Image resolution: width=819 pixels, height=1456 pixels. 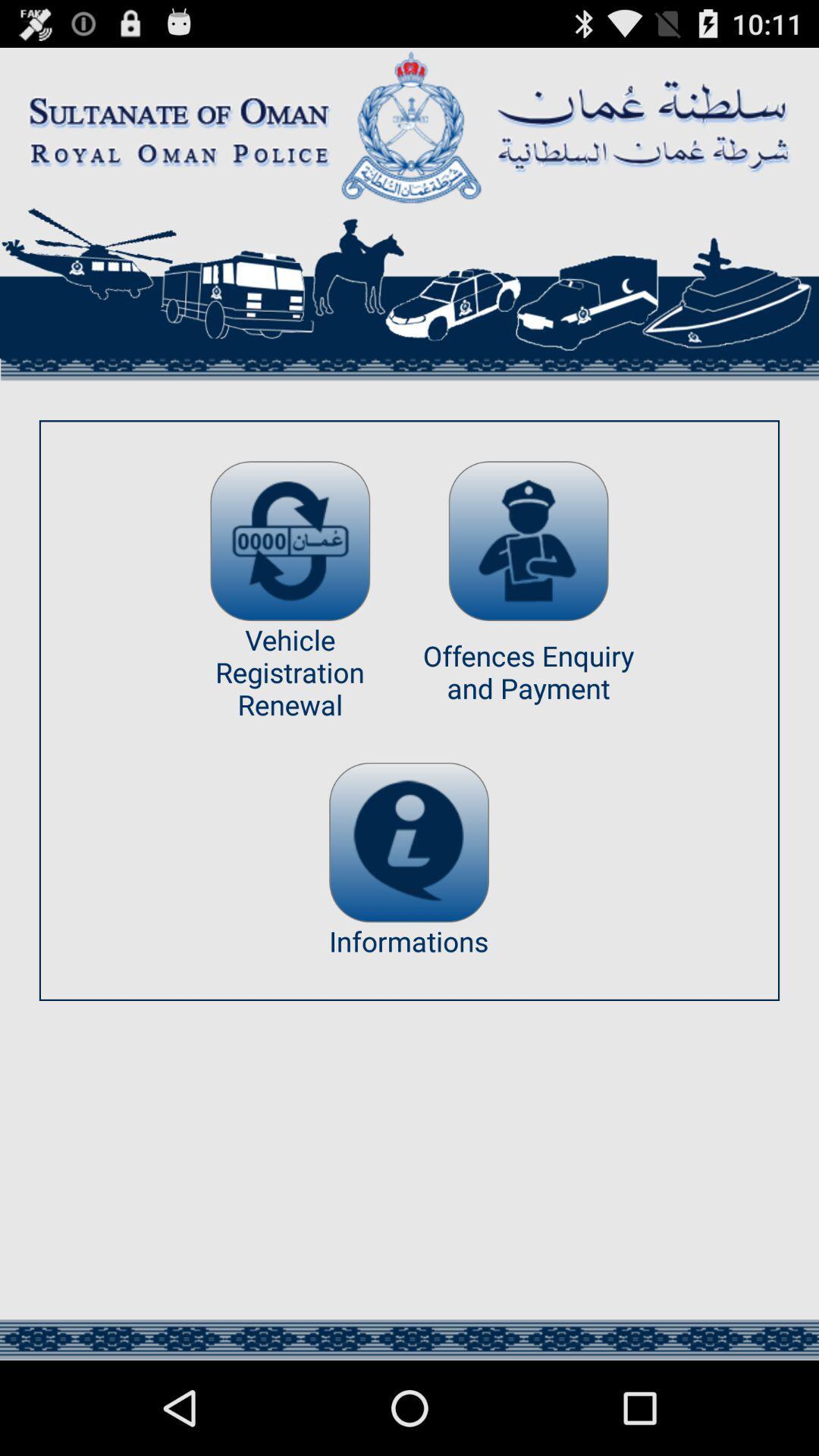 What do you see at coordinates (528, 541) in the screenshot?
I see `open offences enquiry` at bounding box center [528, 541].